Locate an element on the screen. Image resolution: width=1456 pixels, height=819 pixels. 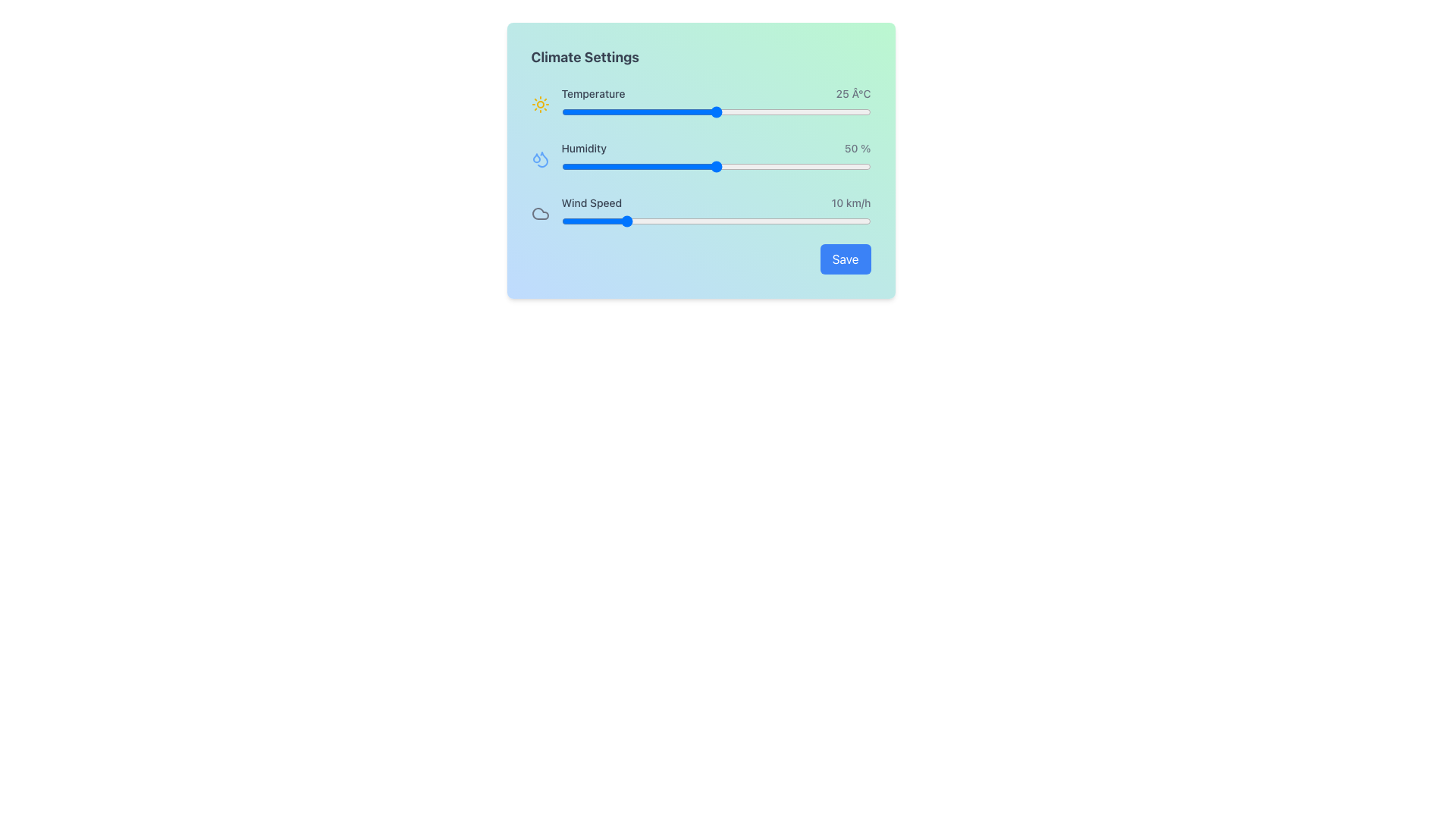
wind speed is located at coordinates (864, 221).